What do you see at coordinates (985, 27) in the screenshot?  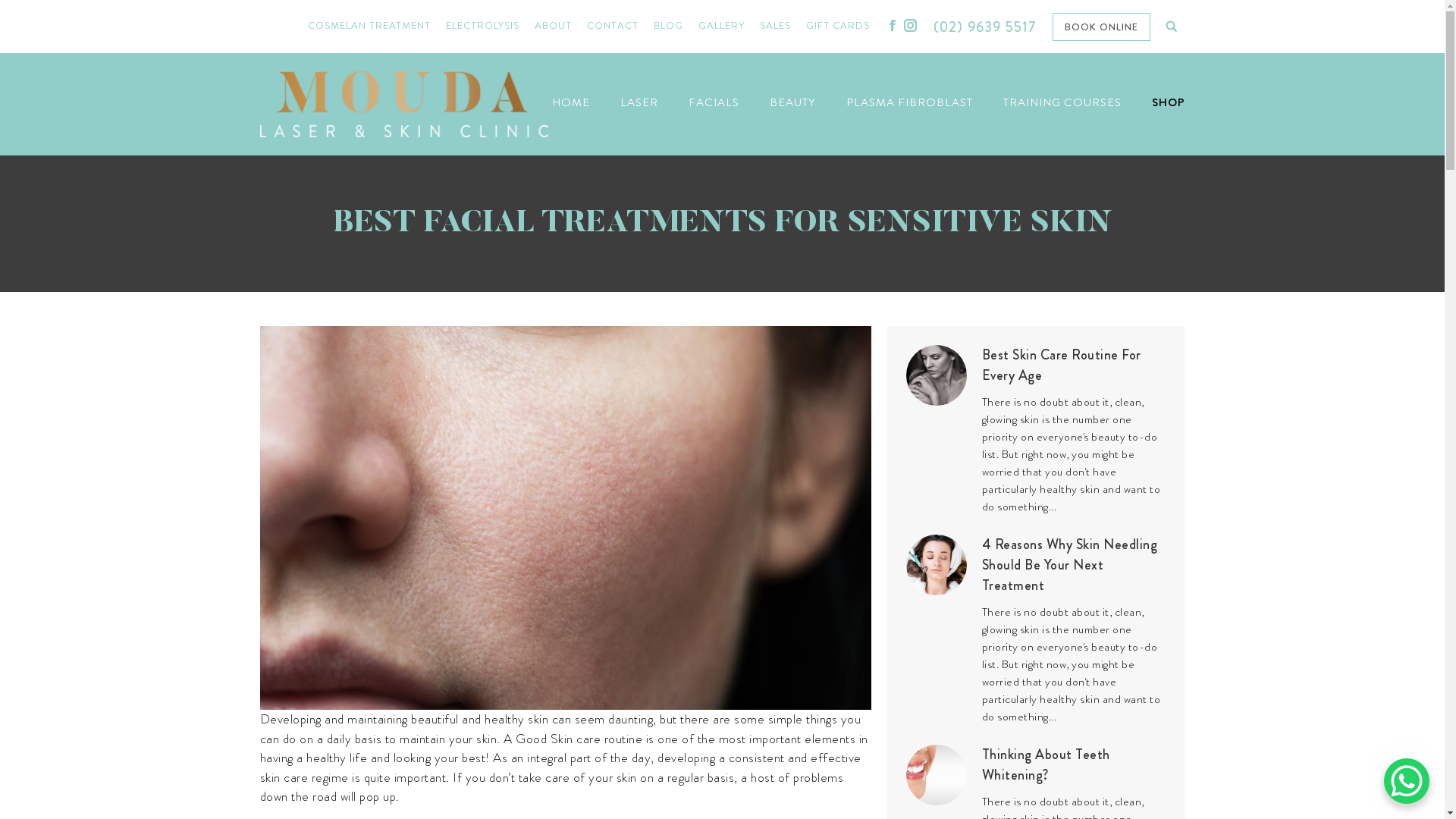 I see `'(02) 9639 5517'` at bounding box center [985, 27].